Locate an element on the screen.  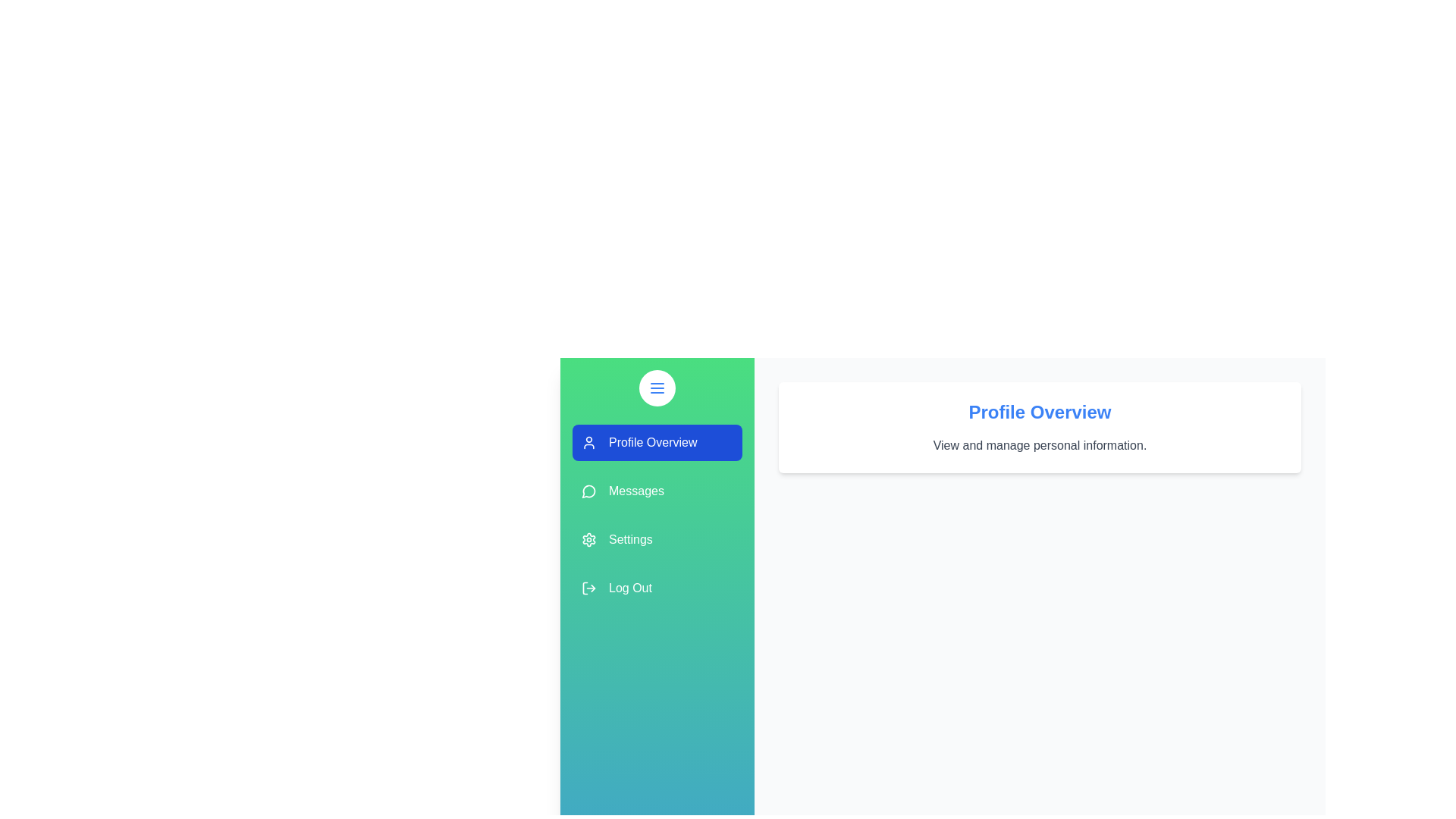
the section Messages by clicking on its corresponding area is located at coordinates (657, 491).